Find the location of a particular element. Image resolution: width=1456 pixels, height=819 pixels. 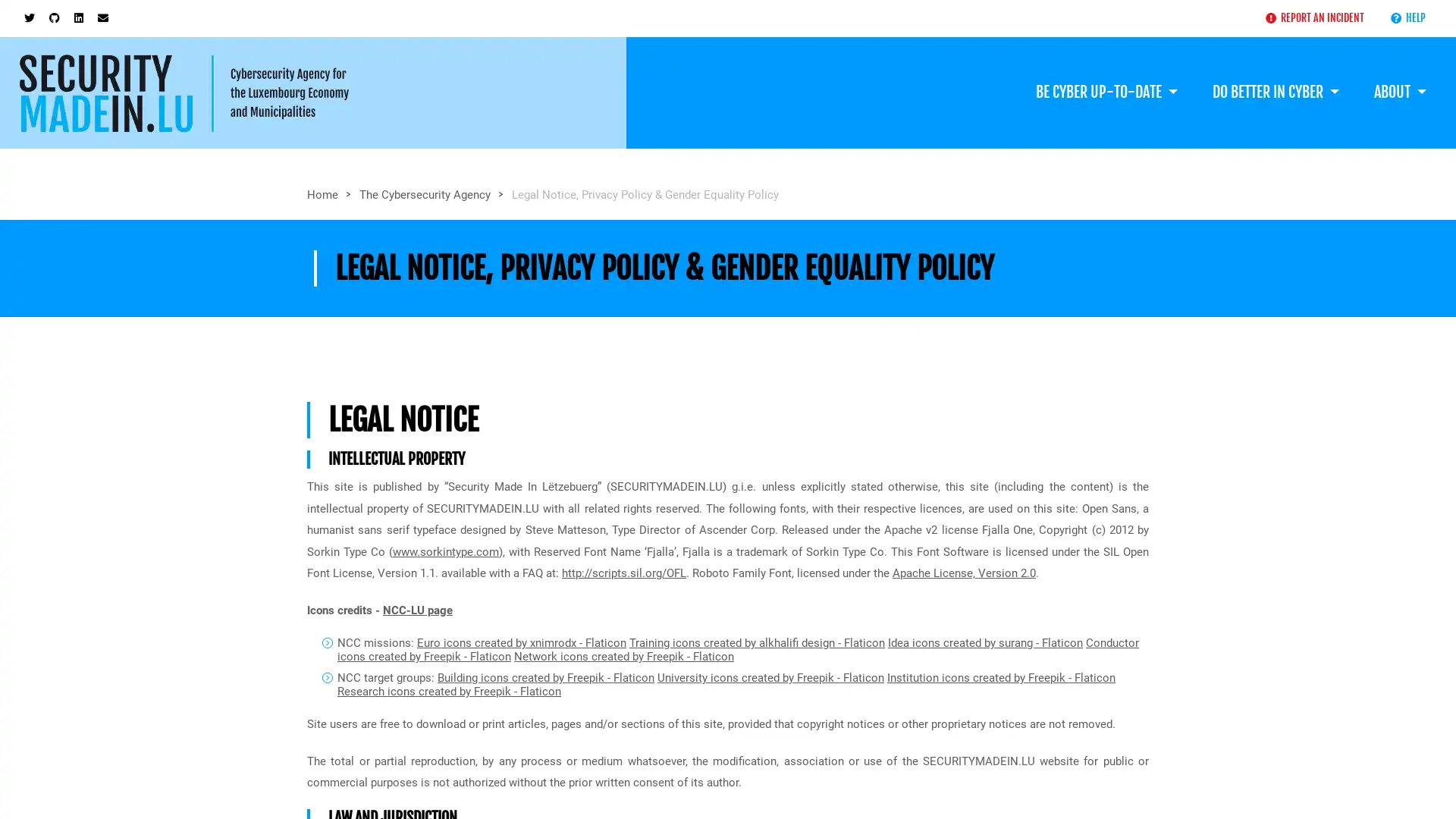

DO BETTER IN CYBER is located at coordinates (1274, 82).